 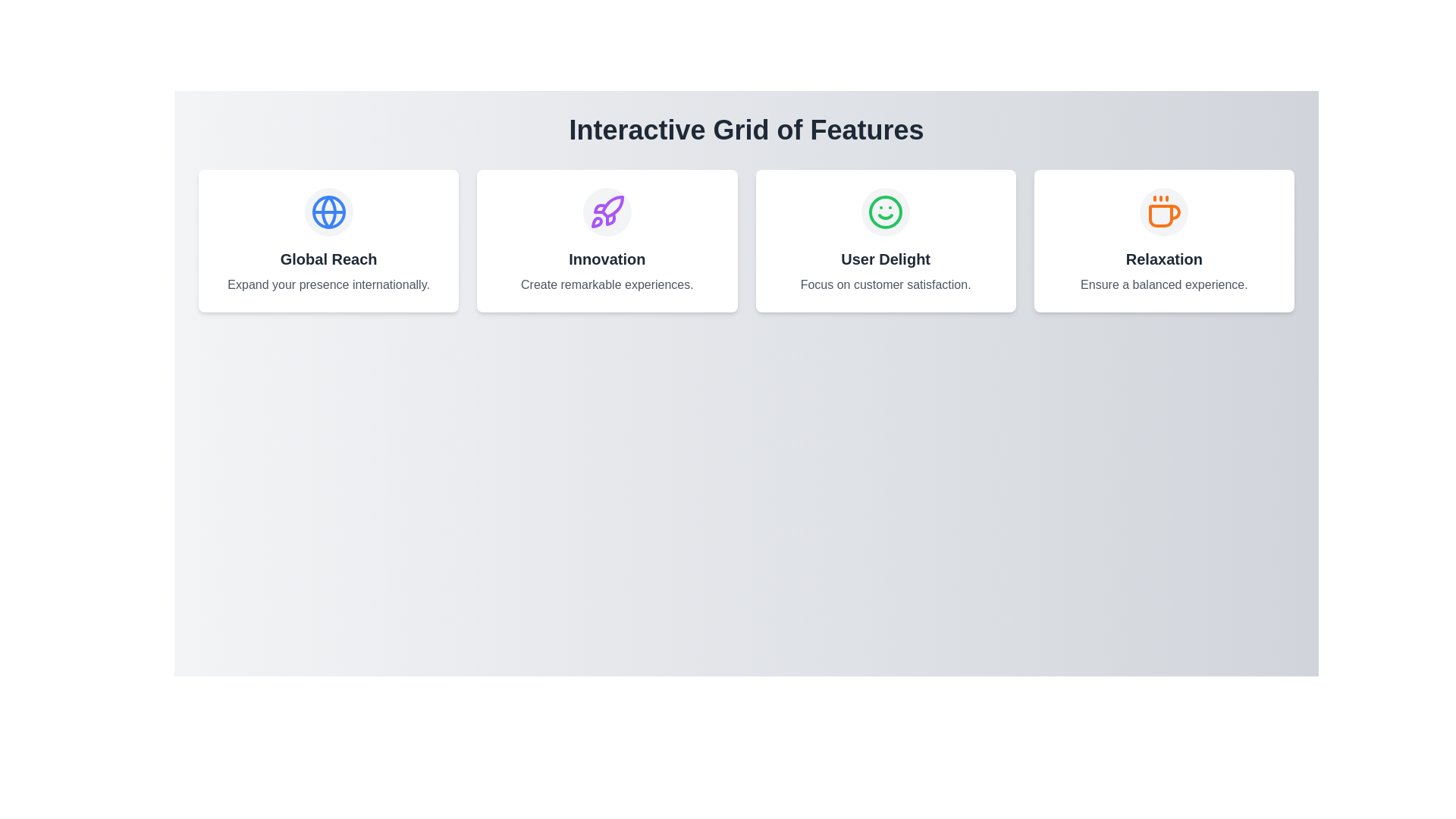 I want to click on the circular icon featuring a purple rocket symbol, which represents innovation, located in the second card of a four-card layout, so click(x=607, y=212).